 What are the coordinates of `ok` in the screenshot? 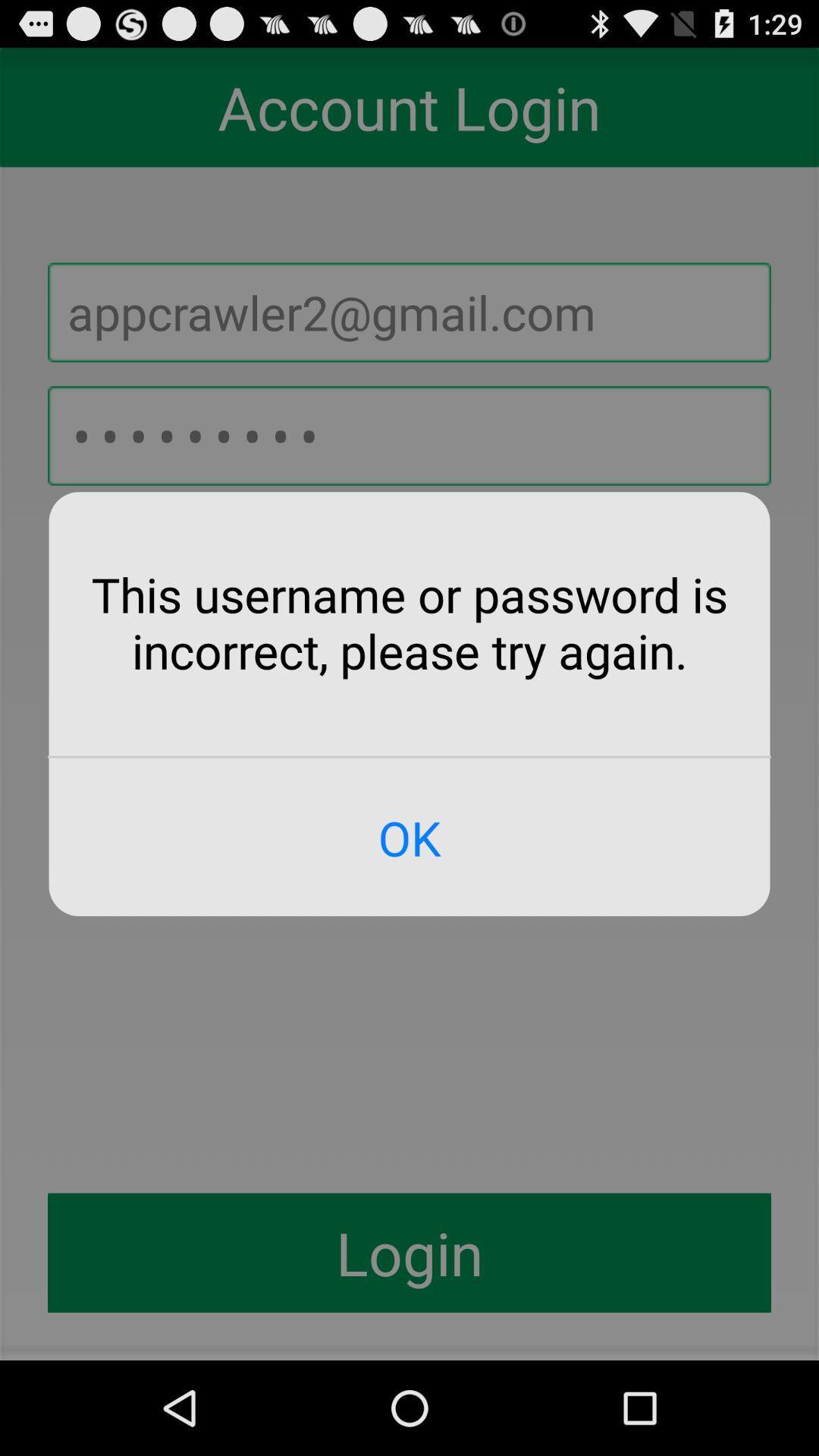 It's located at (409, 836).